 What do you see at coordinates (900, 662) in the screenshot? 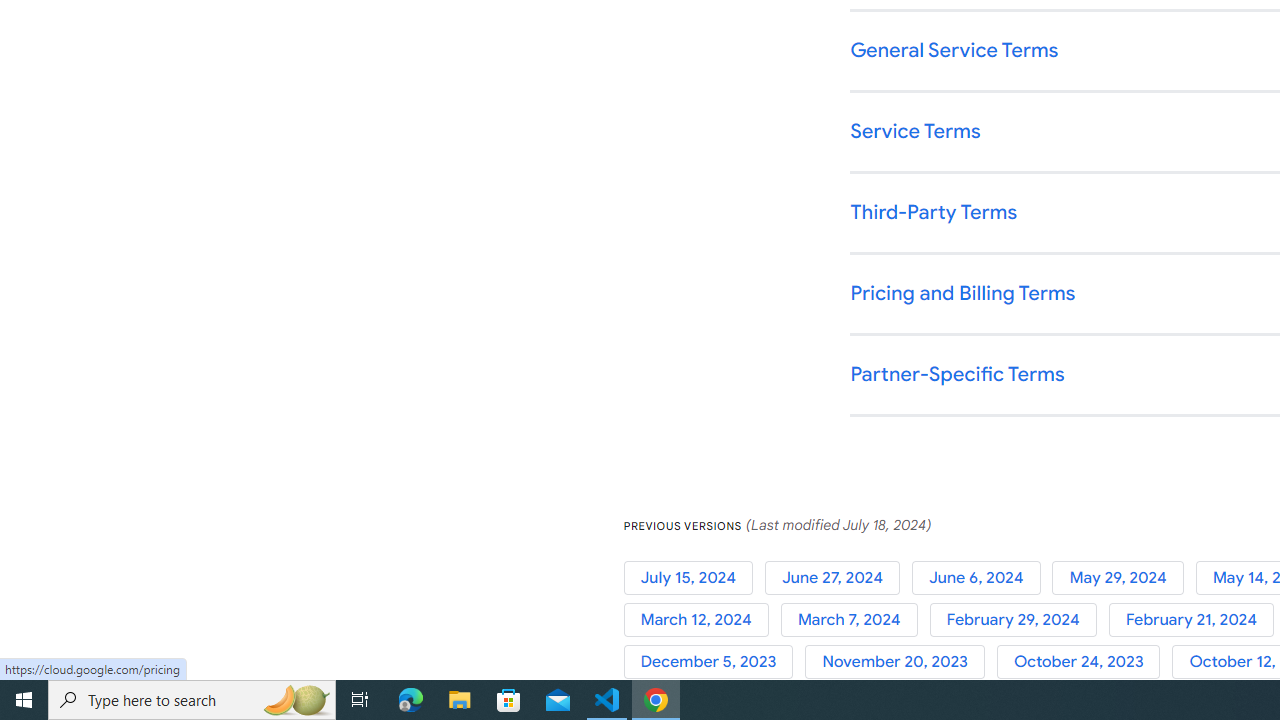
I see `'November 20, 2023'` at bounding box center [900, 662].